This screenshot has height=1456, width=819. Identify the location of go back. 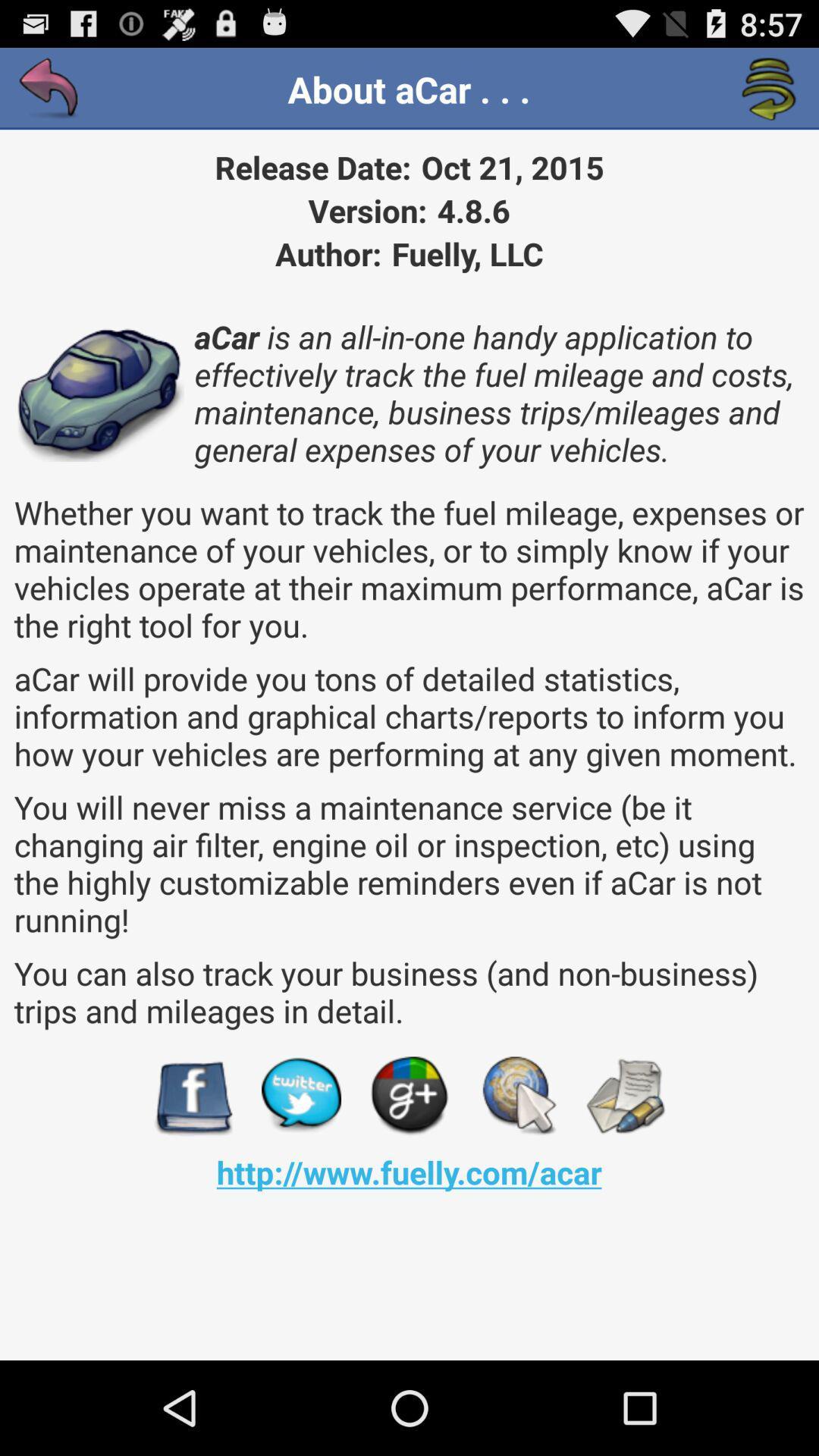
(49, 89).